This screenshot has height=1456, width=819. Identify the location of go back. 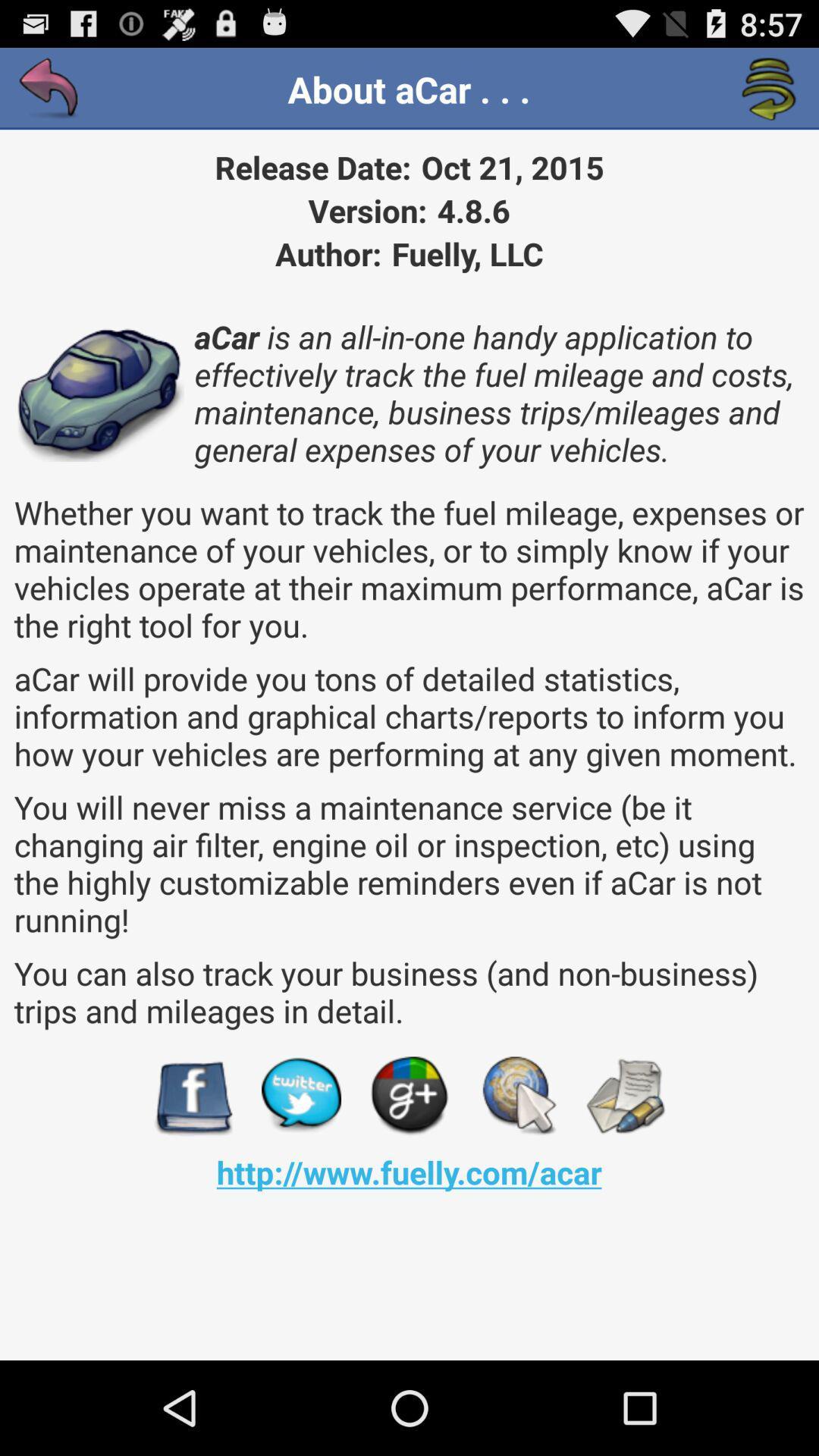
(49, 89).